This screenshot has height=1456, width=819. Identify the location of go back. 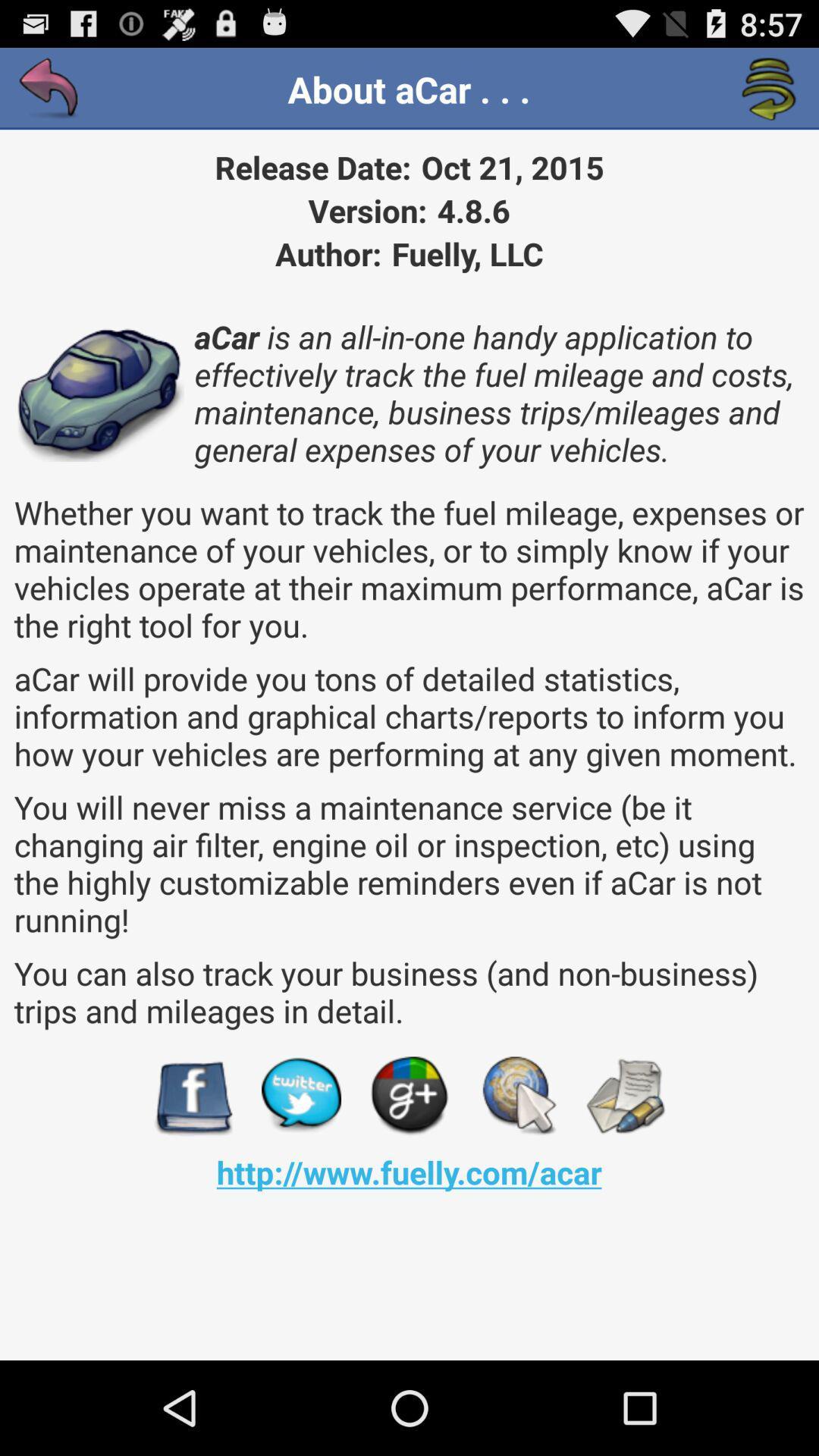
(49, 89).